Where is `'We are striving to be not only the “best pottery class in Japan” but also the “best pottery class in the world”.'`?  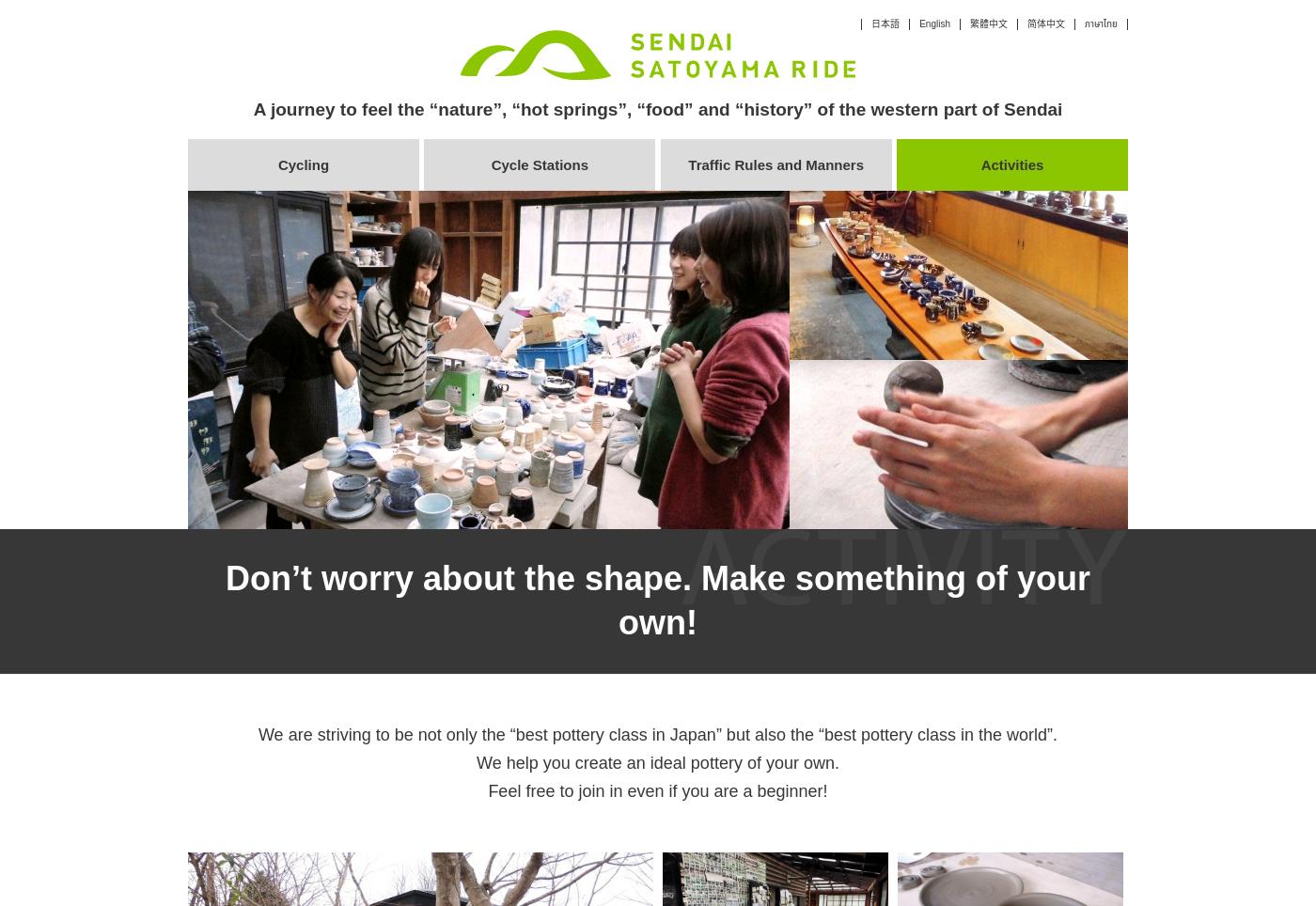
'We are striving to be not only the “best pottery class in Japan” but also the “best pottery class in the world”.' is located at coordinates (657, 734).